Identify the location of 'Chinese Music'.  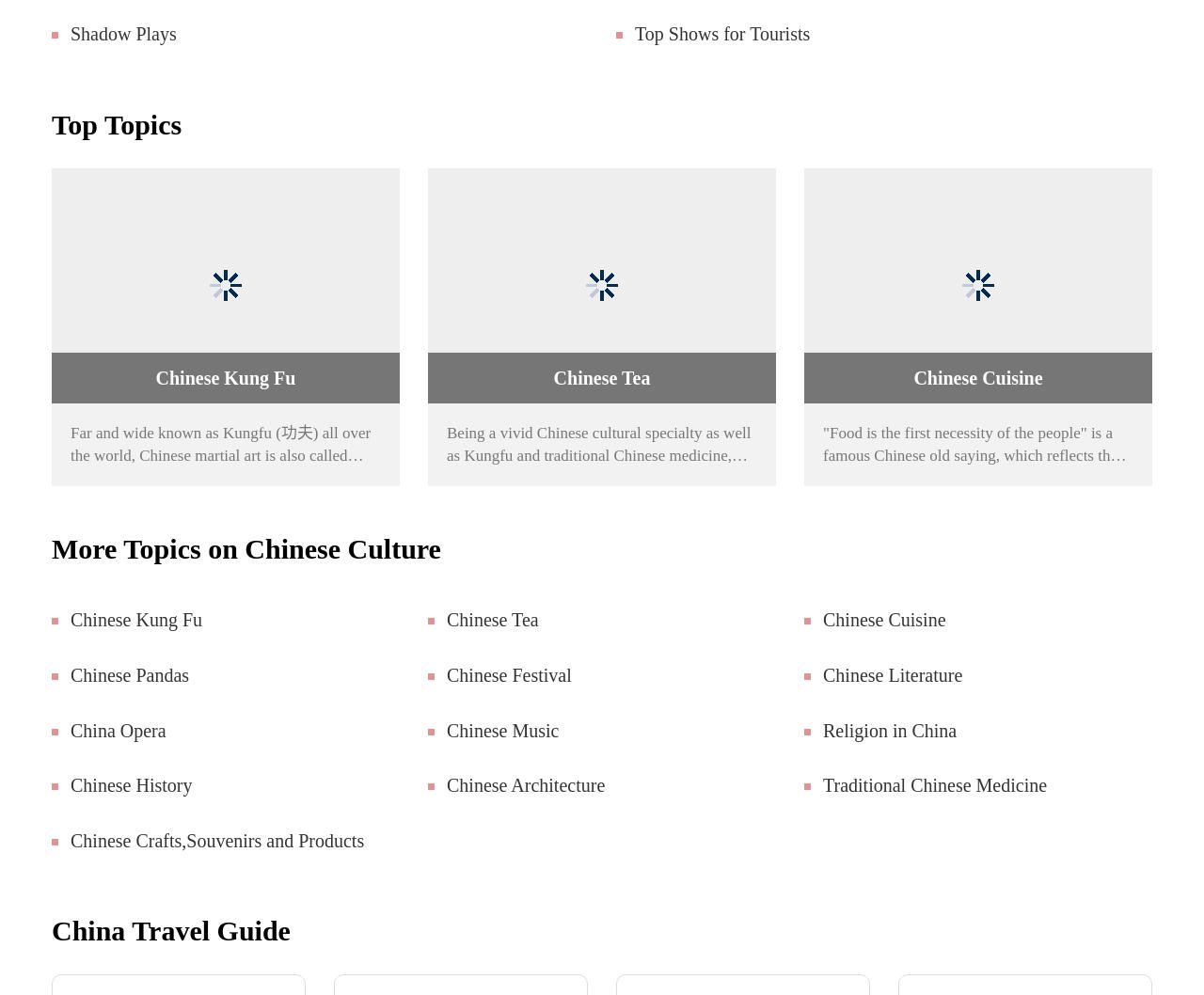
(502, 730).